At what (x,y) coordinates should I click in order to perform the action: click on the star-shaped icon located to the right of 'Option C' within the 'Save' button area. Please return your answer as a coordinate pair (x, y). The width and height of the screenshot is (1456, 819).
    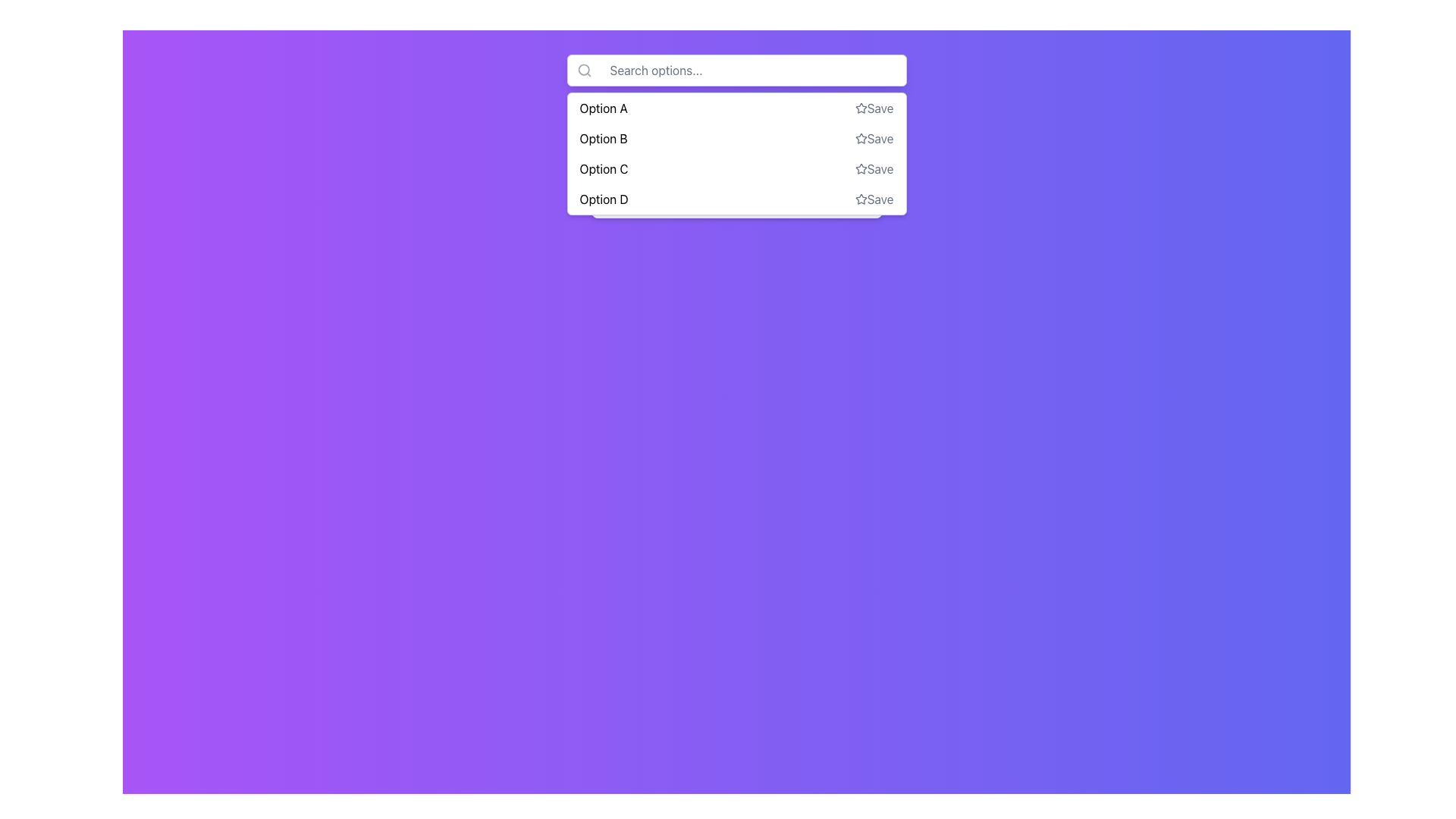
    Looking at the image, I should click on (861, 168).